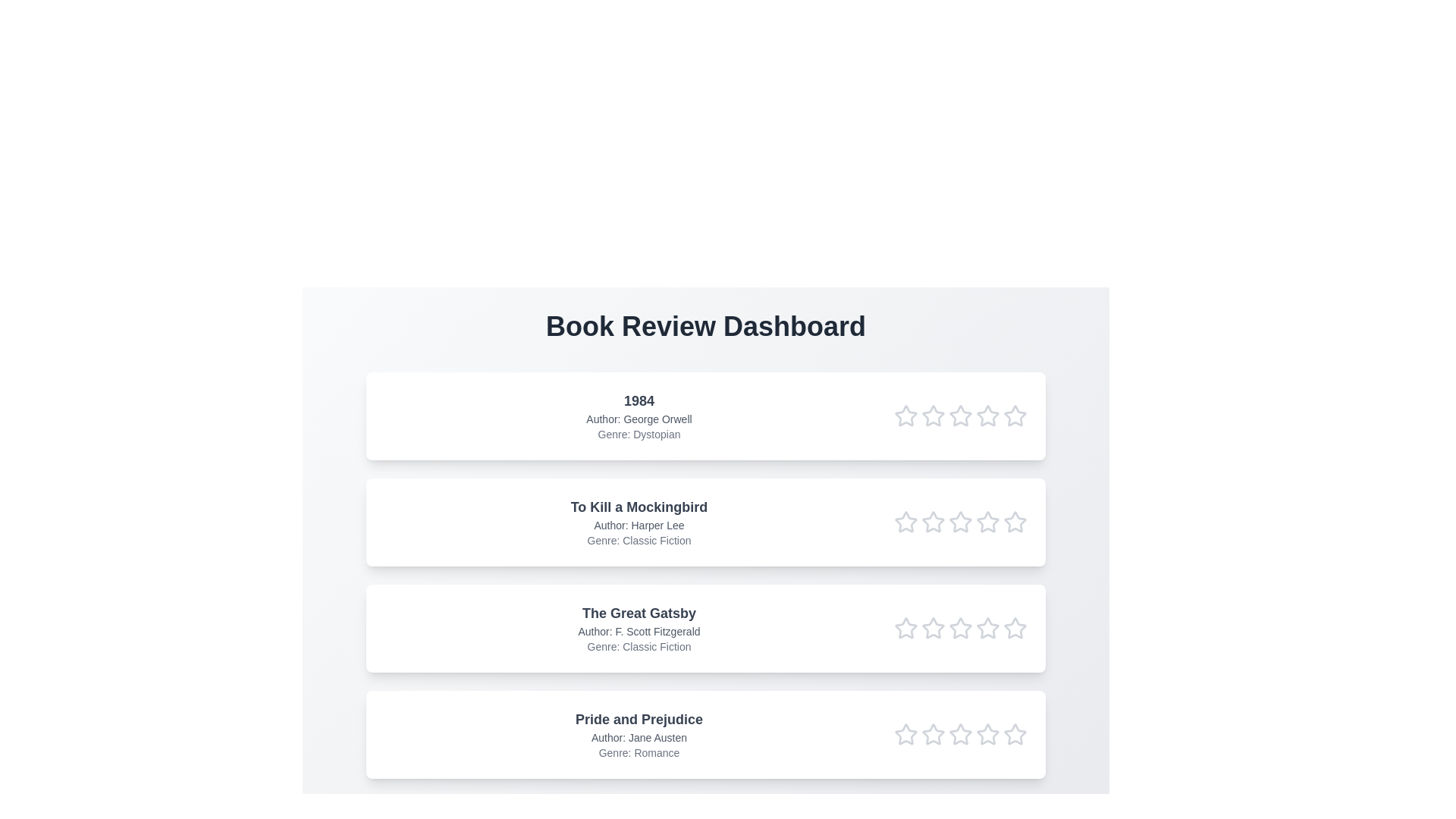  I want to click on the rating of the book '1984' to 2 stars by clicking on the respective star, so click(932, 416).